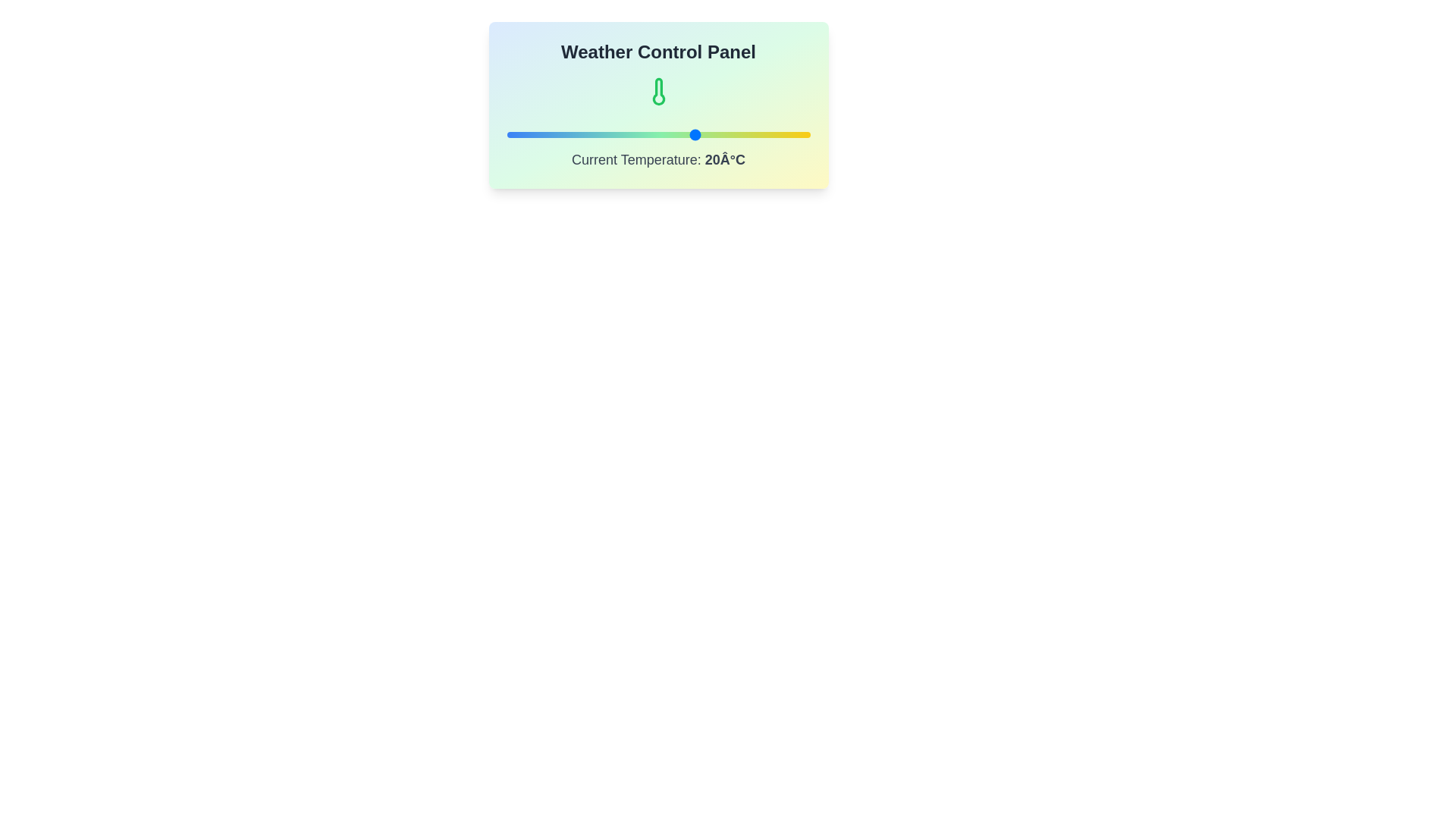 The width and height of the screenshot is (1456, 819). I want to click on the temperature slider to 41°C to observe the icon change, so click(776, 133).